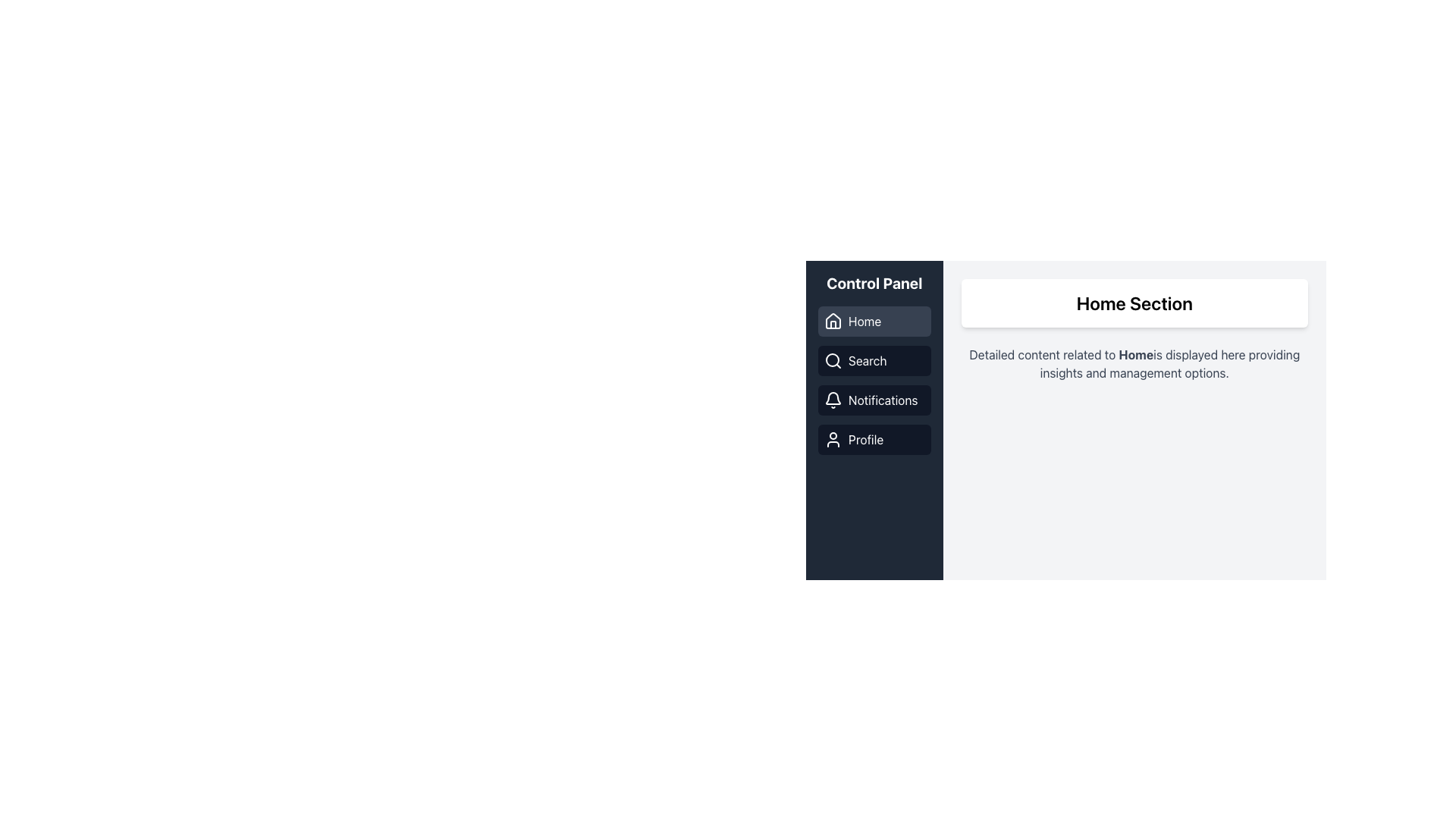 This screenshot has width=1456, height=819. Describe the element at coordinates (874, 321) in the screenshot. I see `the 'Home' Navigation button, which displays a house icon and white text on a dark rectangular background` at that location.